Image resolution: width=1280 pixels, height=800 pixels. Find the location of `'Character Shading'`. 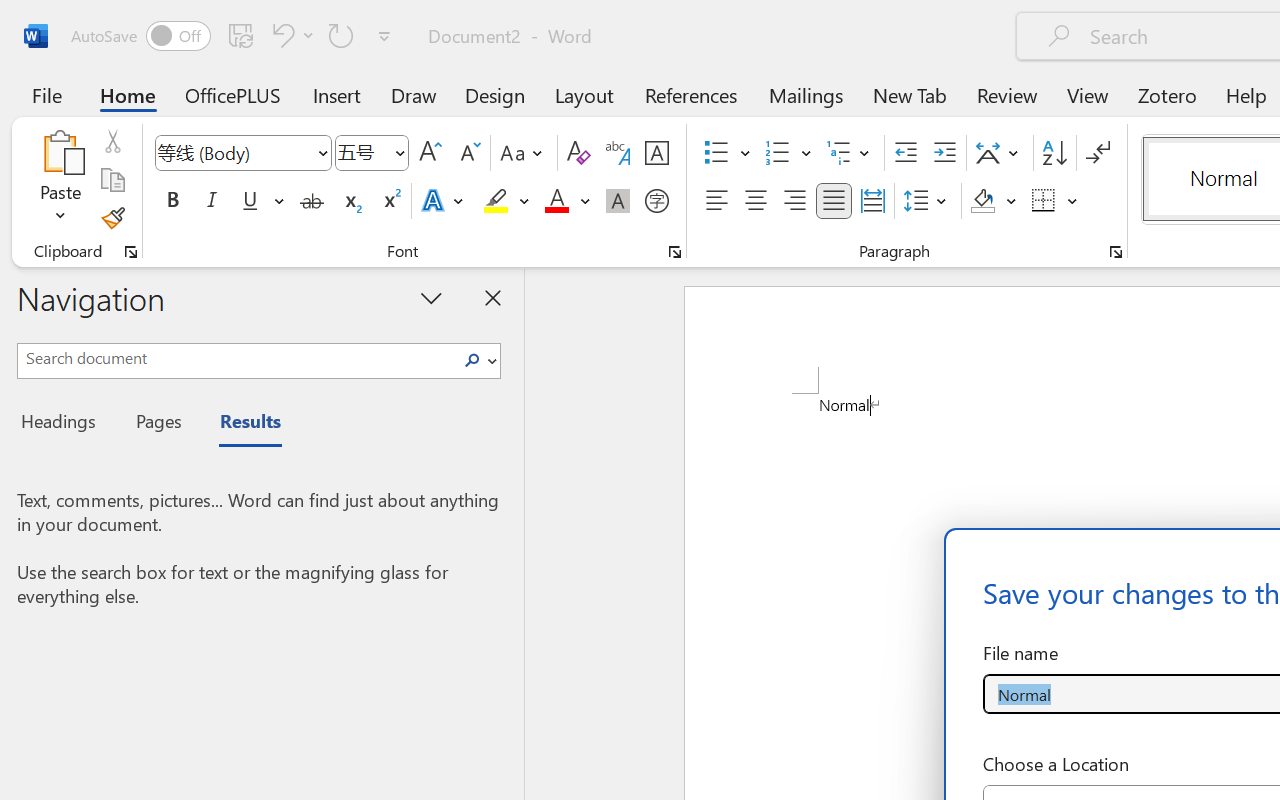

'Character Shading' is located at coordinates (617, 201).